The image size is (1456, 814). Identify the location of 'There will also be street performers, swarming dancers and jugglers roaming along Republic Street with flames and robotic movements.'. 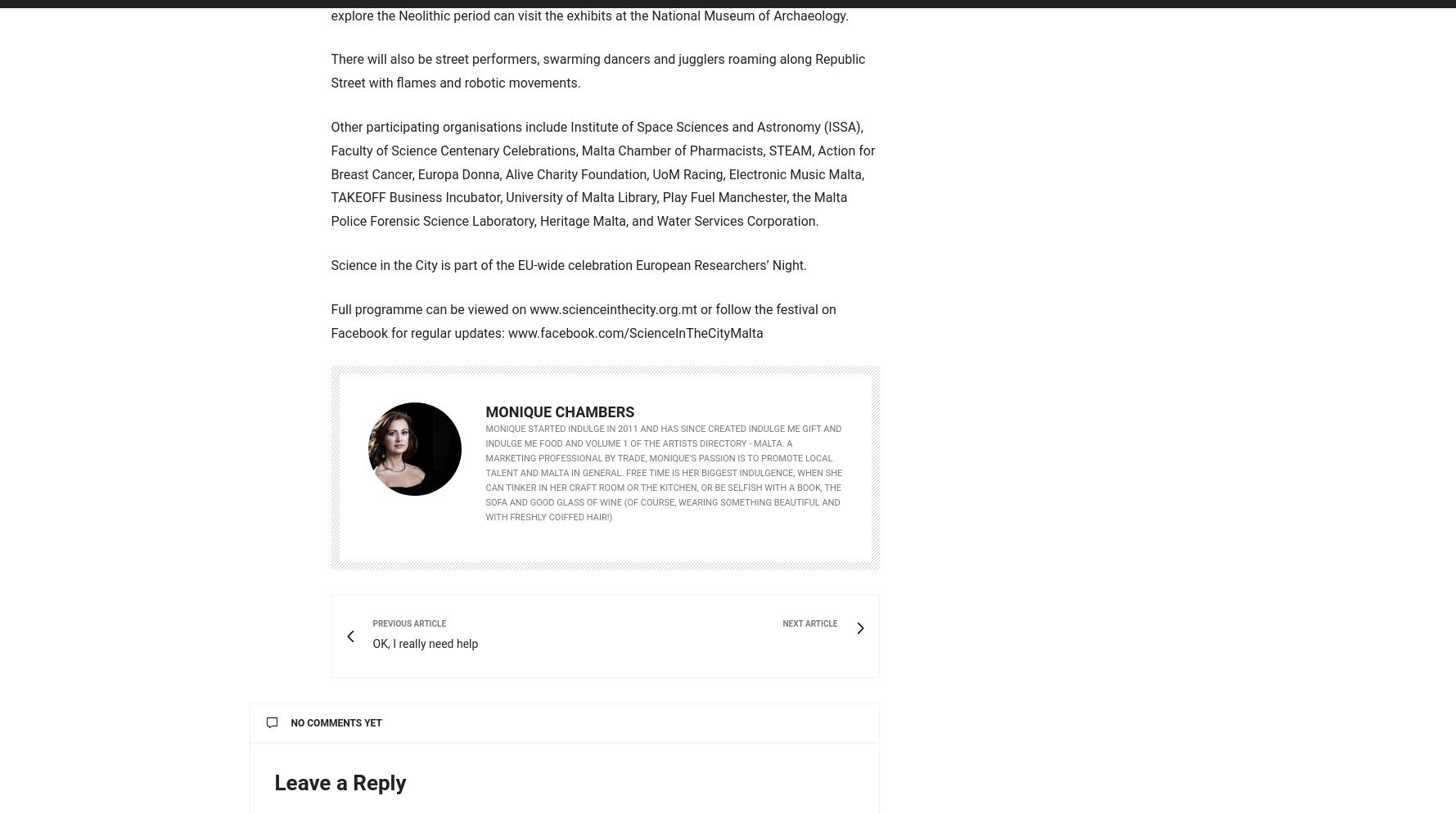
(330, 70).